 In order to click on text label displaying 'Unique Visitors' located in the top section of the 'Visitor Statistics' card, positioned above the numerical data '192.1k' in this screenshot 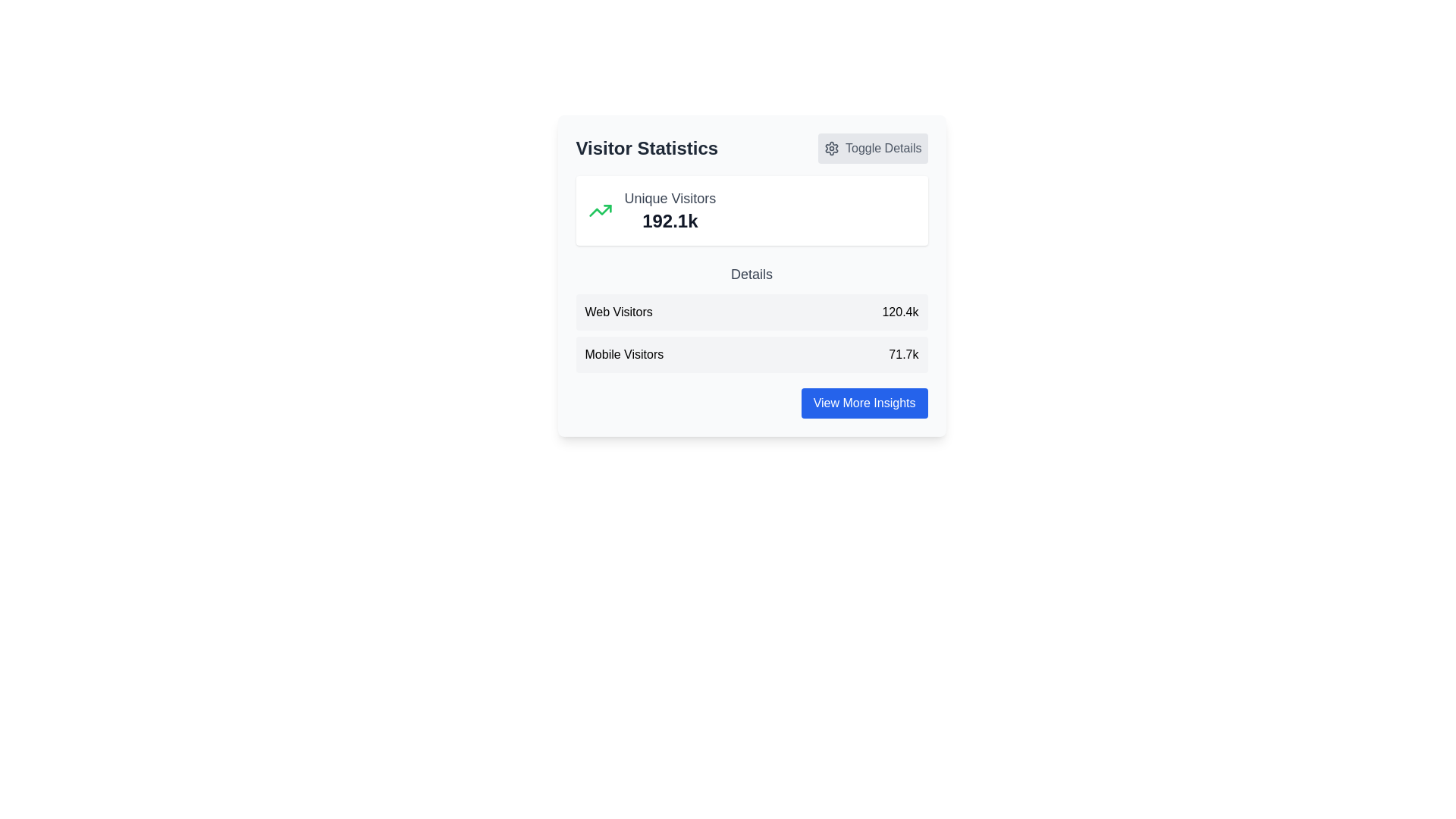, I will do `click(669, 198)`.